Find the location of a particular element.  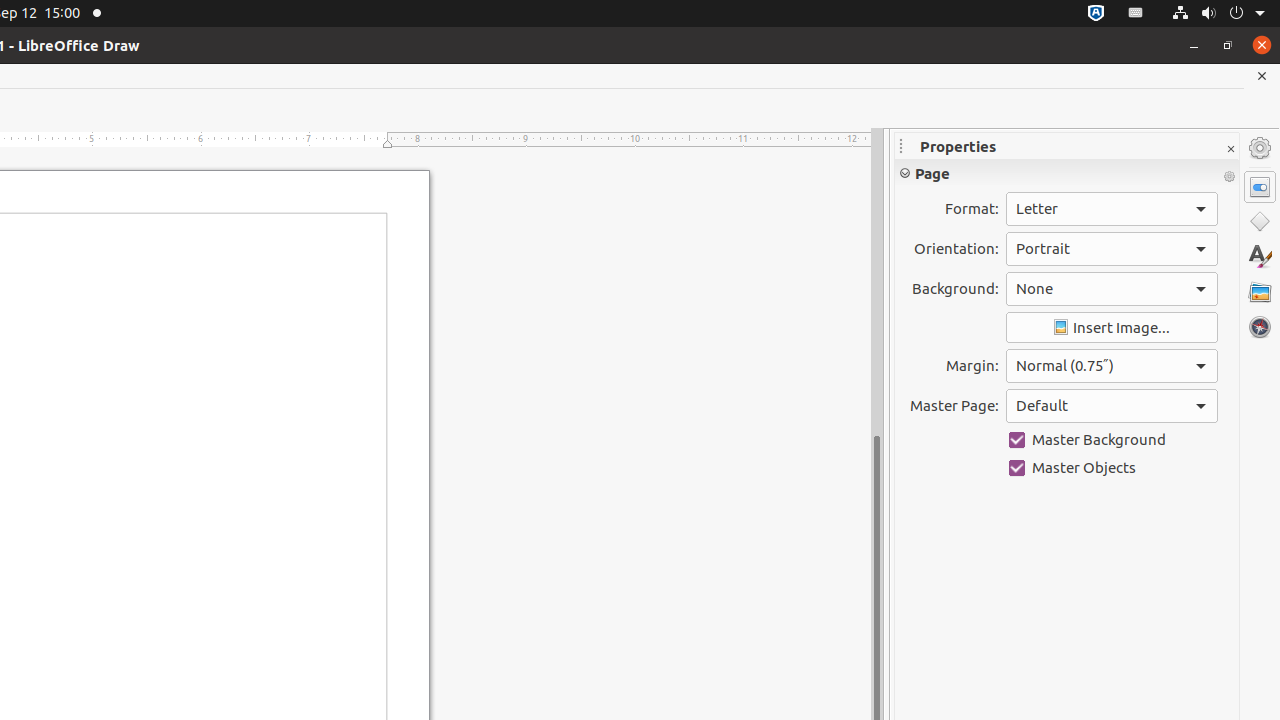

'Shapes' is located at coordinates (1259, 221).